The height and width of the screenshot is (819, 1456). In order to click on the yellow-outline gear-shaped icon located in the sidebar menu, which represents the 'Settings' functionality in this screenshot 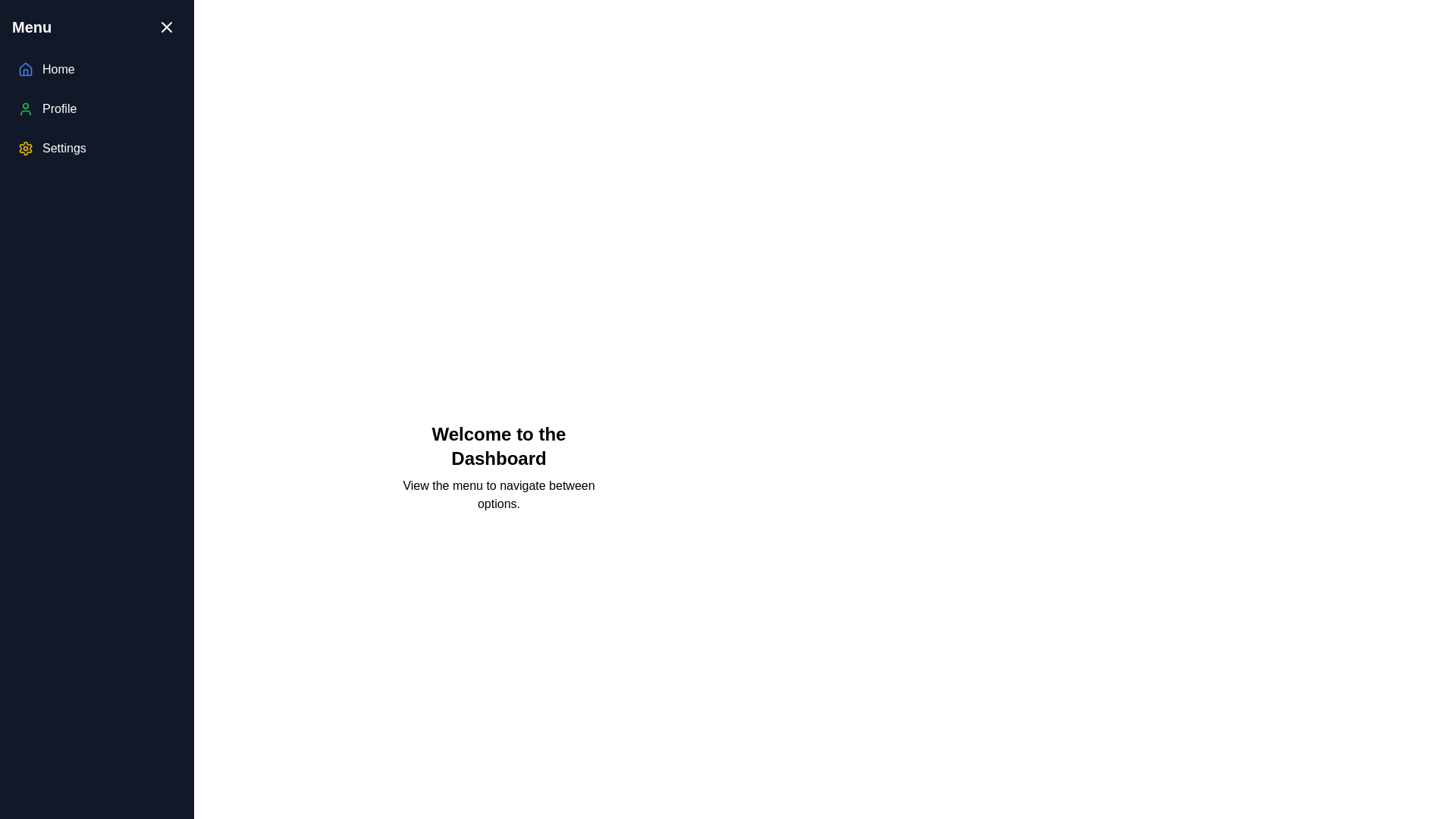, I will do `click(25, 149)`.